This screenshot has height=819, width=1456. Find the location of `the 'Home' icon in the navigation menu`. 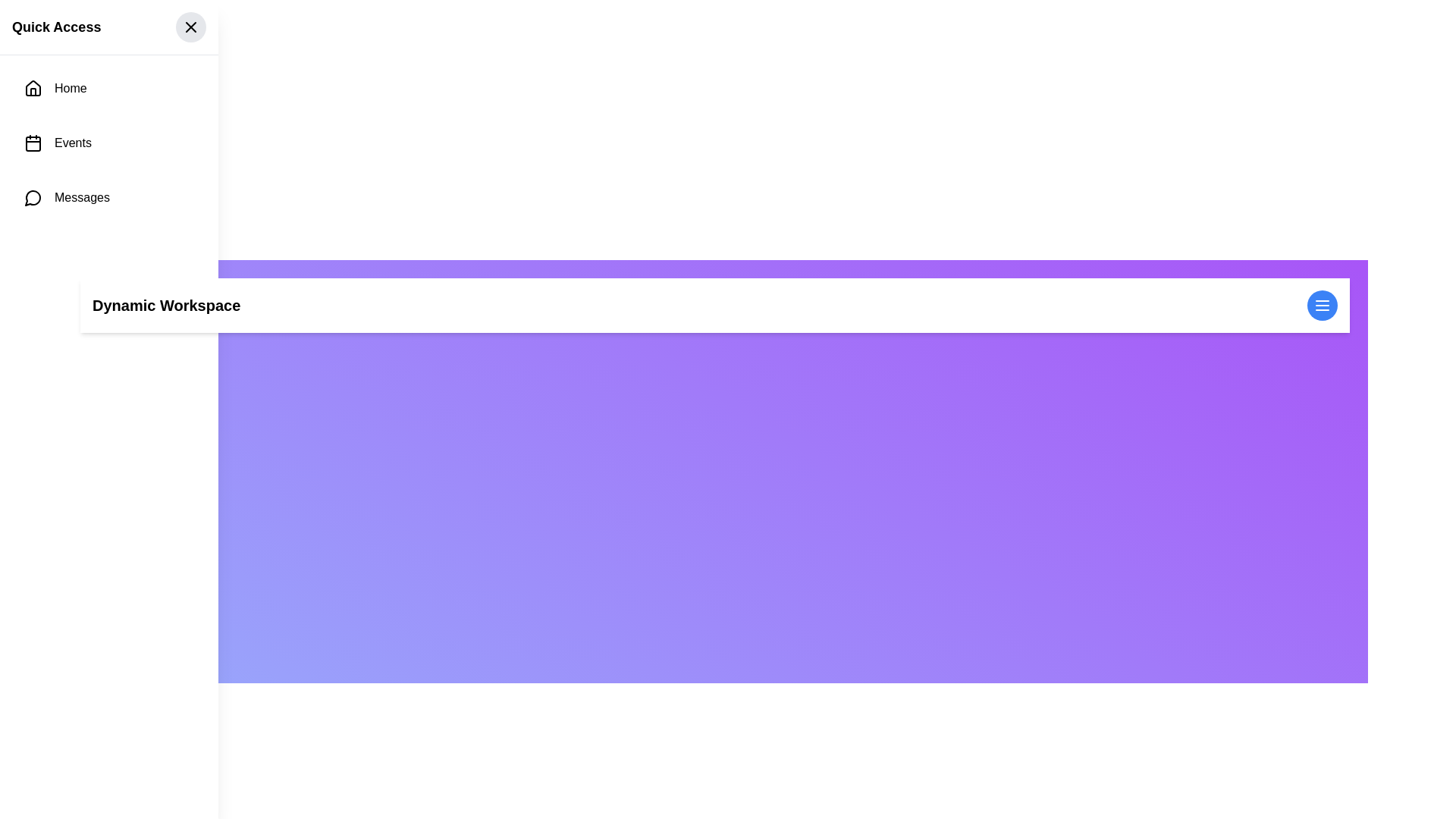

the 'Home' icon in the navigation menu is located at coordinates (33, 88).